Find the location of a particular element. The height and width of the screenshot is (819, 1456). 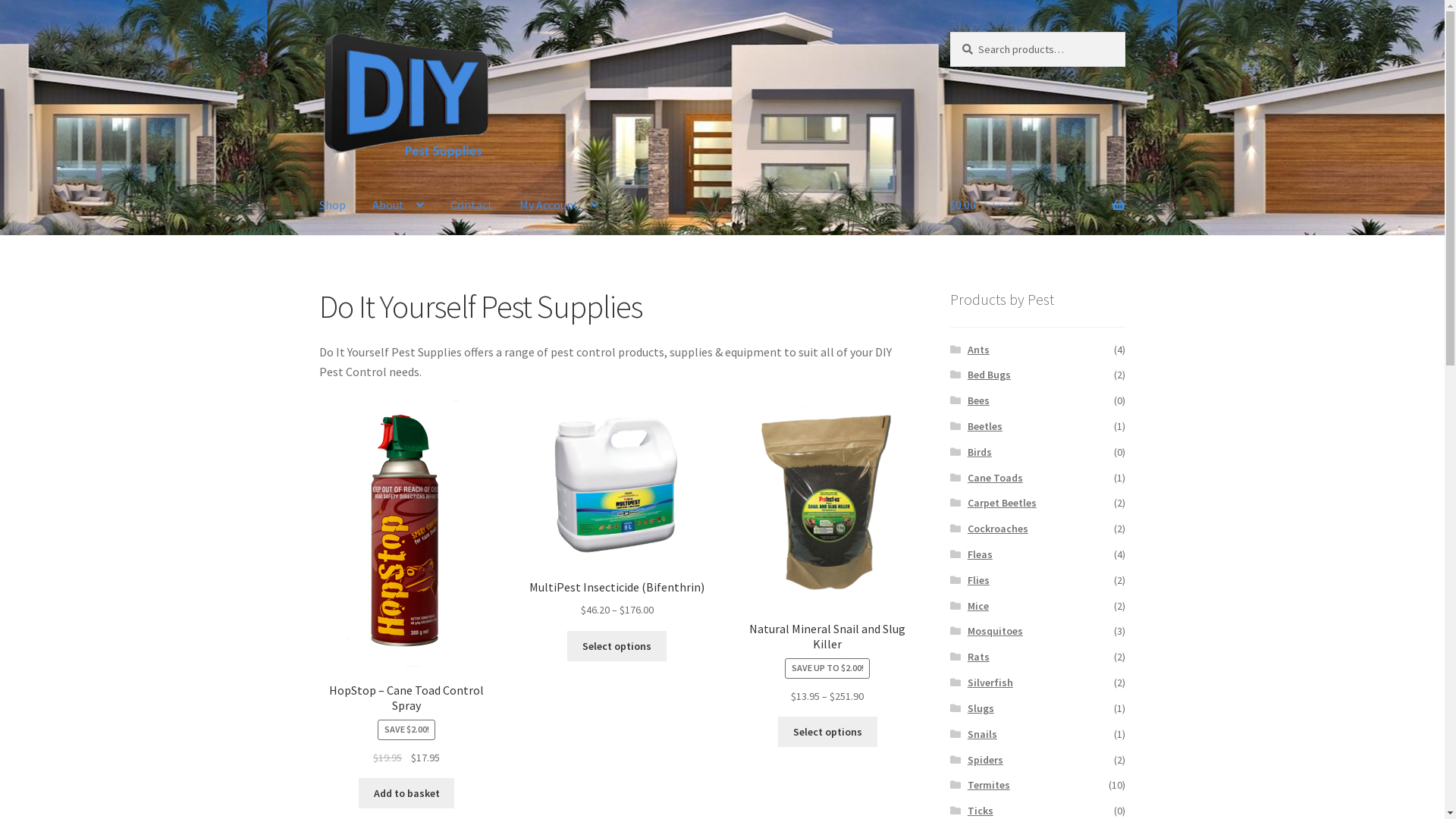

'Contact' is located at coordinates (471, 205).